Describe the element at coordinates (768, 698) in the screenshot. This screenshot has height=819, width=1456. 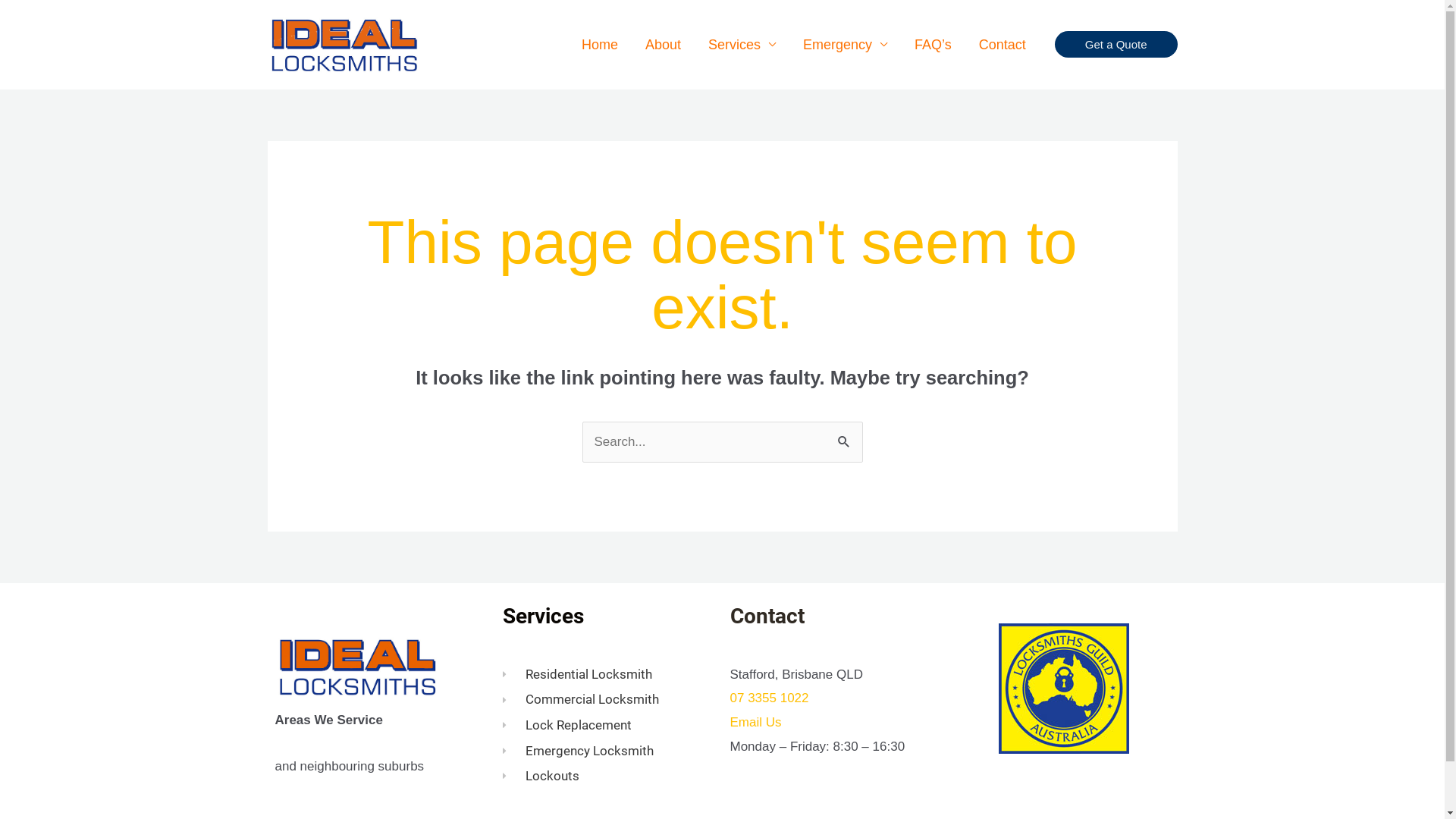
I see `'07 3355 1022'` at that location.